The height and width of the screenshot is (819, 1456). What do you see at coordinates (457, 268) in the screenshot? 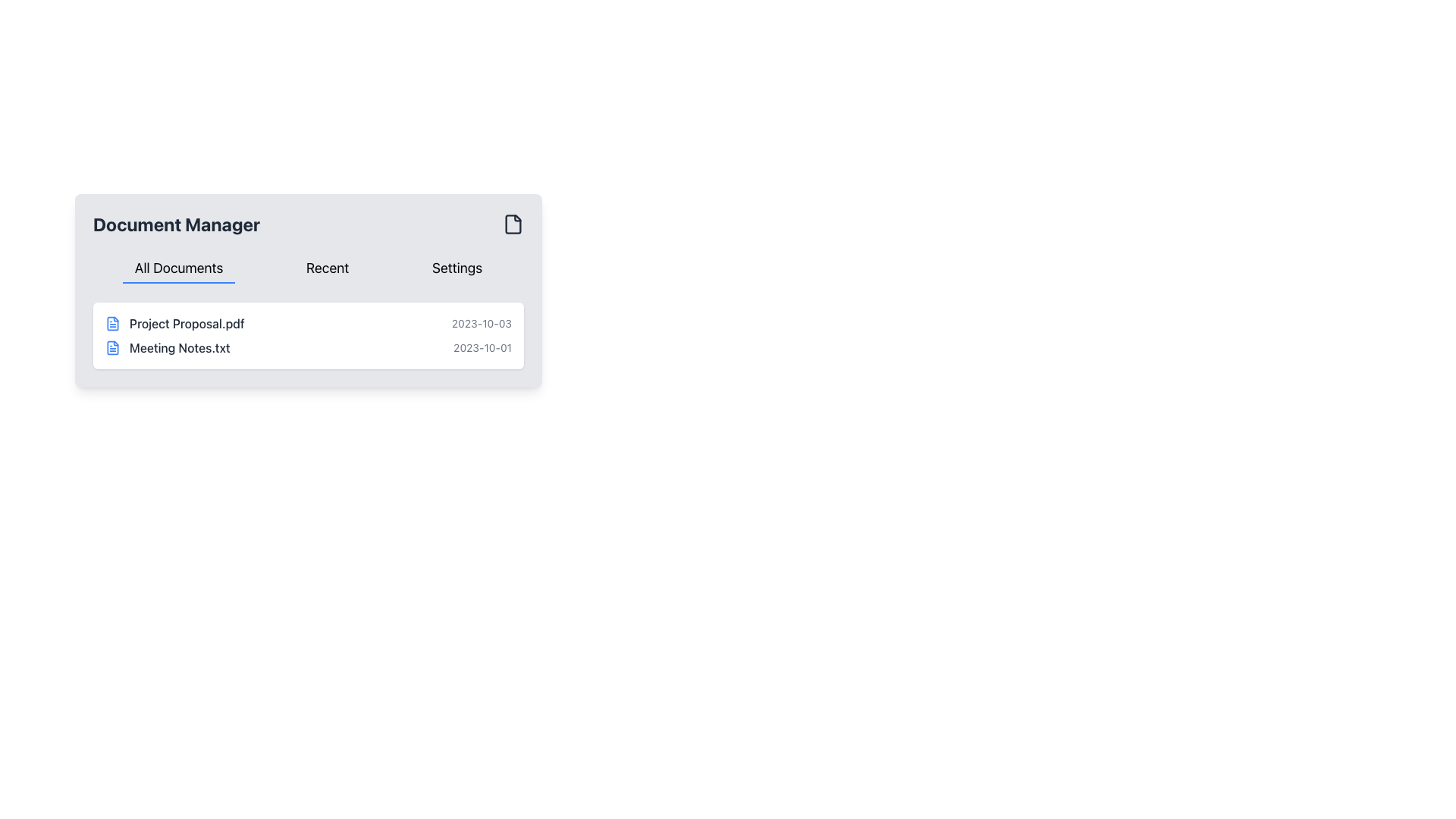
I see `the 'Settings' button, which is the last item in the horizontal menu bar` at bounding box center [457, 268].